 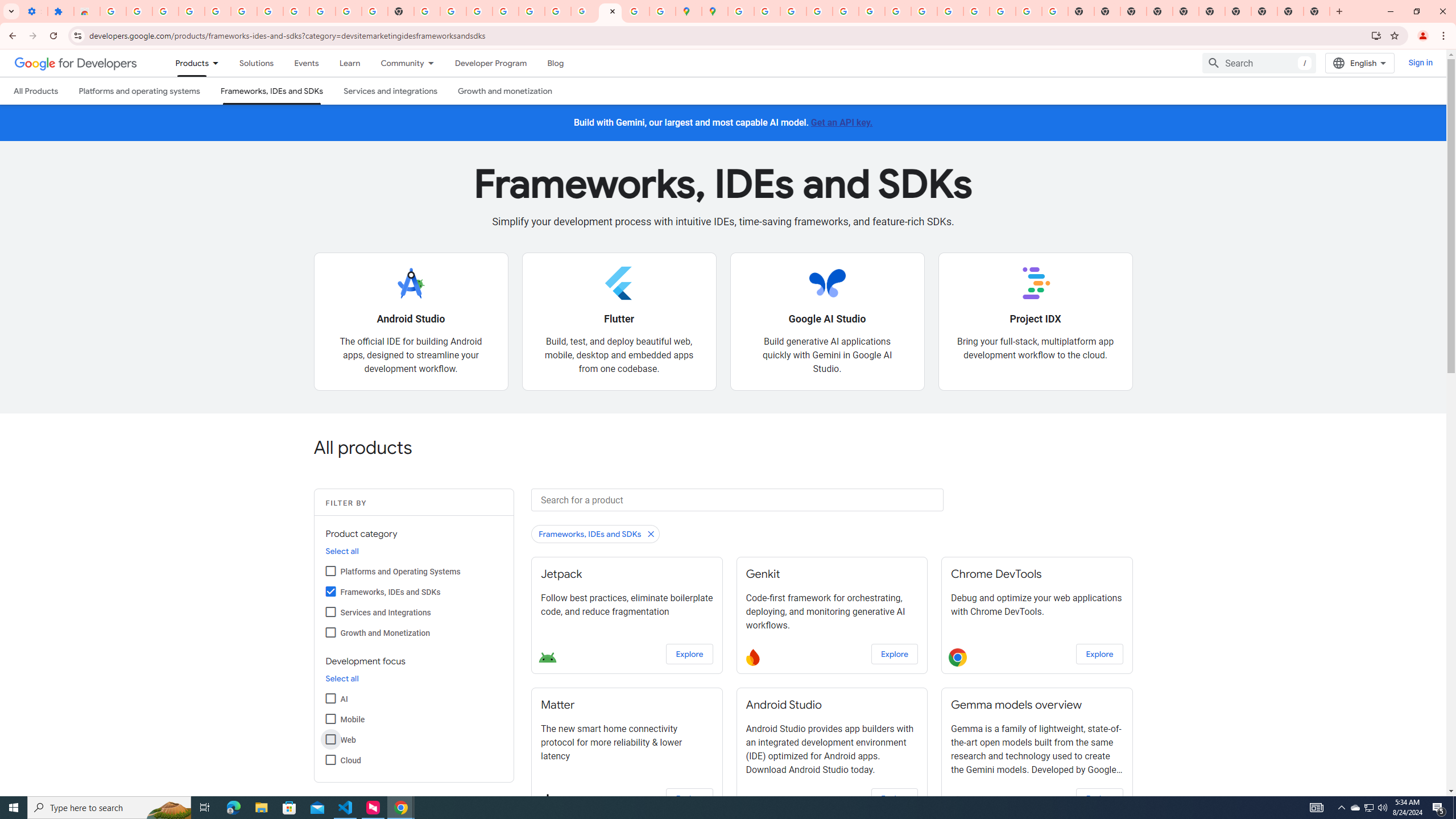 What do you see at coordinates (218, 63) in the screenshot?
I see `'Dropdown menu for Products'` at bounding box center [218, 63].